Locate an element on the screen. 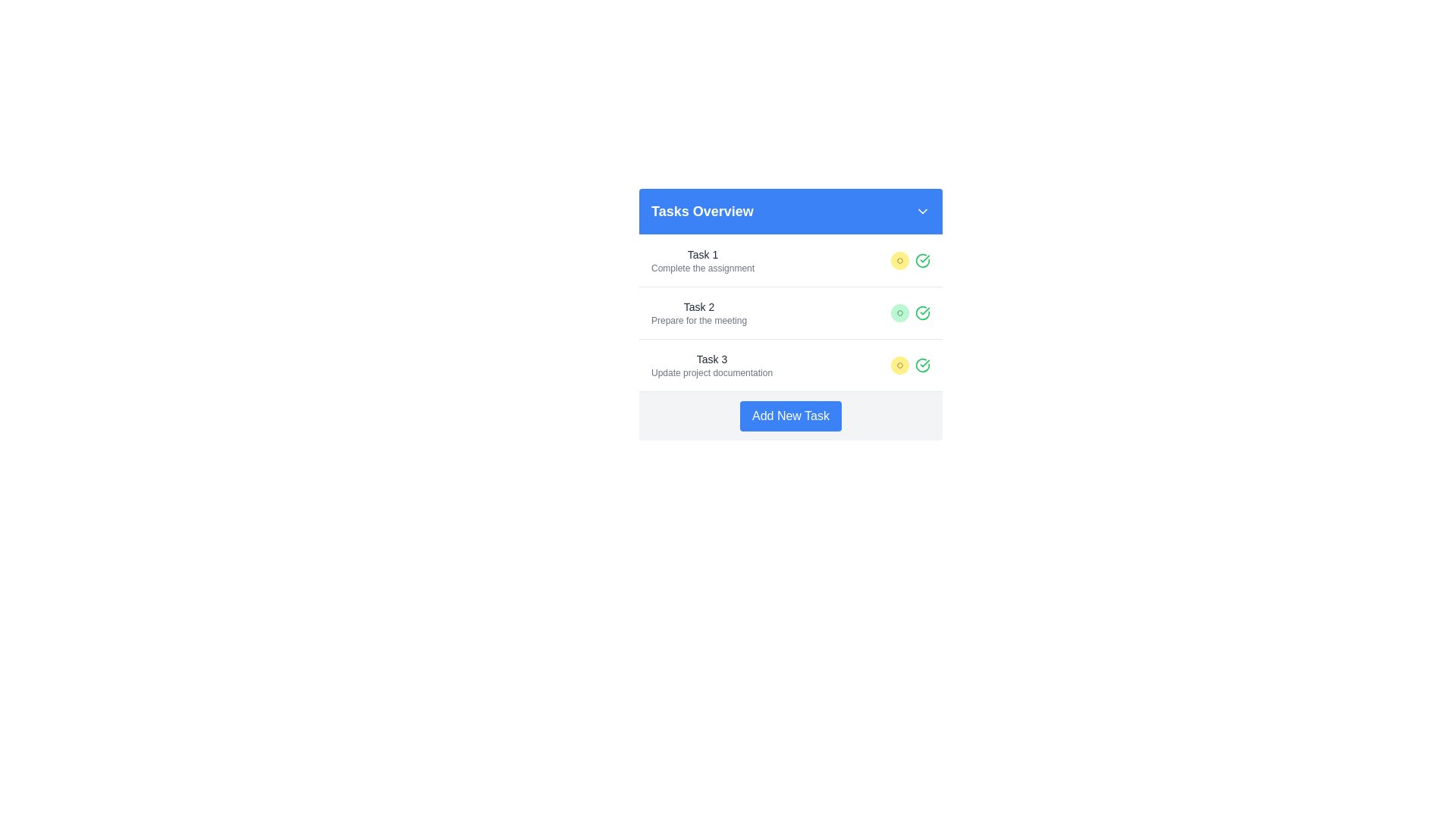 This screenshot has height=819, width=1456. the status badge indicating the completion state of 'Task 2 - Prepare for the meeting', which is a circular icon located in the second row of the checklist is located at coordinates (899, 312).